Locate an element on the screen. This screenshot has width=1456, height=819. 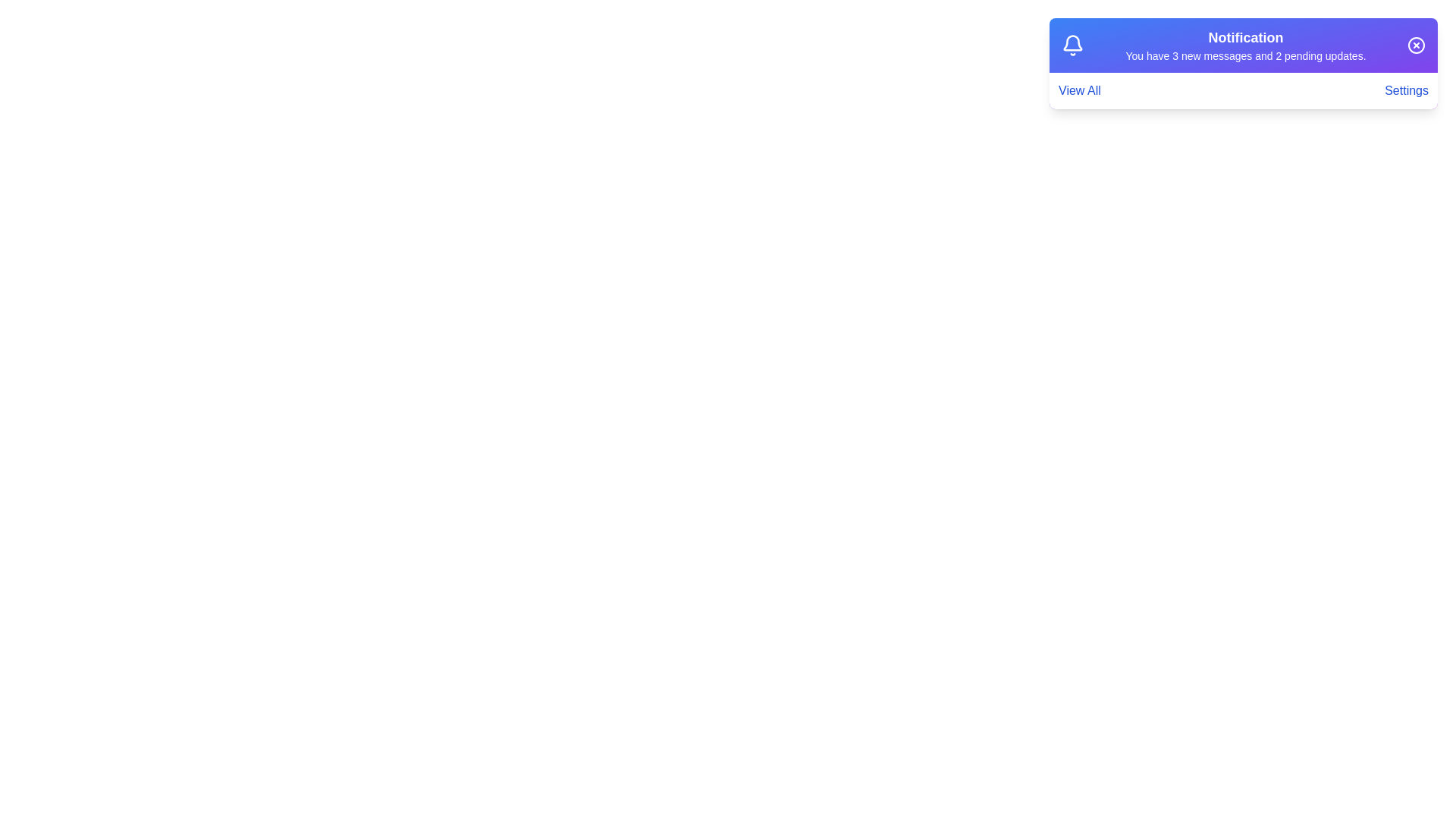
the close button to dismiss the notification center is located at coordinates (1415, 45).